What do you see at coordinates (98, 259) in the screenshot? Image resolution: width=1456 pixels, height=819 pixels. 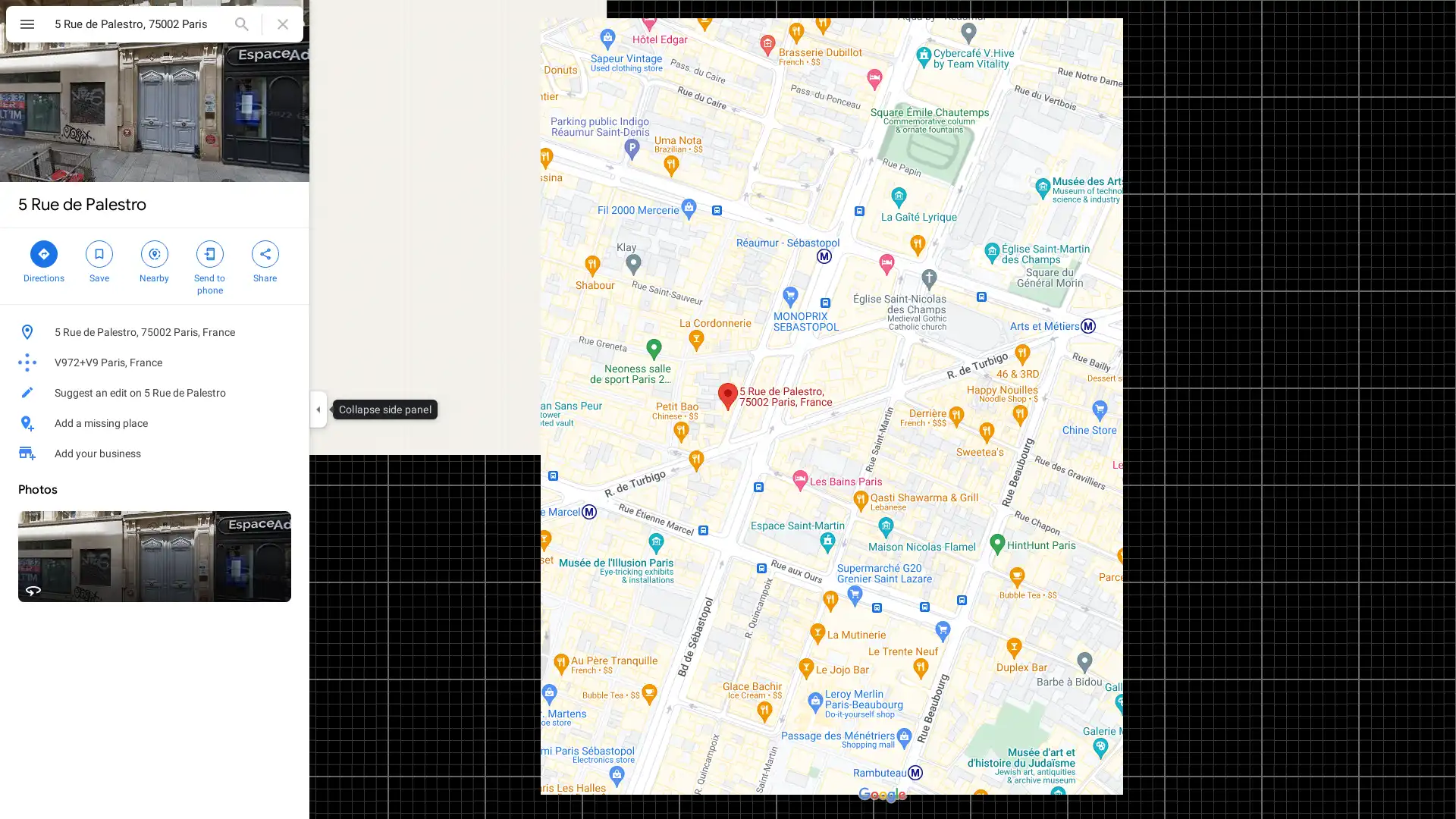 I see `Save 5 Rue de Palestro in your lists` at bounding box center [98, 259].